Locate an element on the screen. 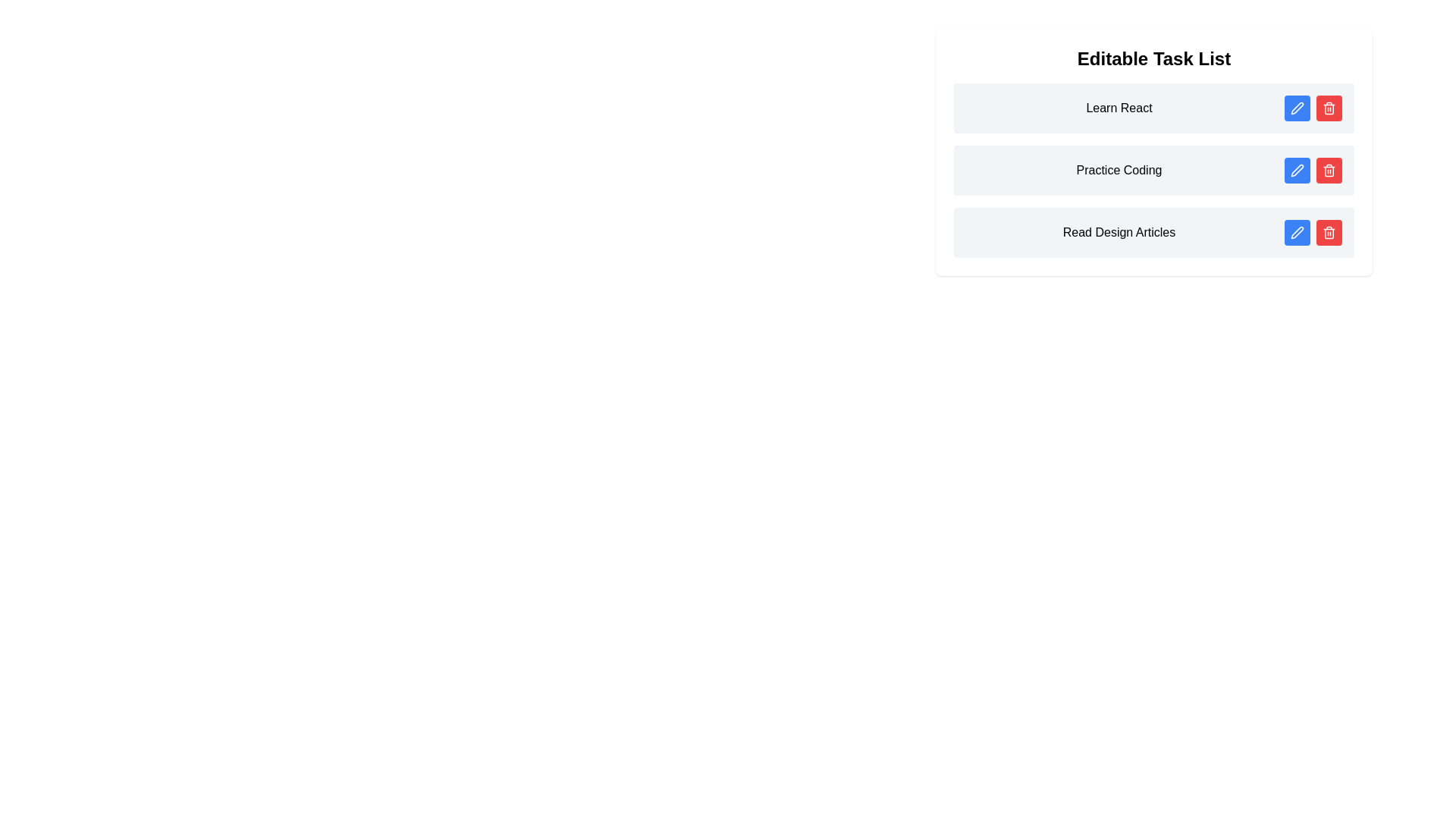 Image resolution: width=1456 pixels, height=819 pixels. the 'Practice Coding' list item to emphasize it, which is the second item in the task list with a light gray background and interactive buttons is located at coordinates (1153, 170).